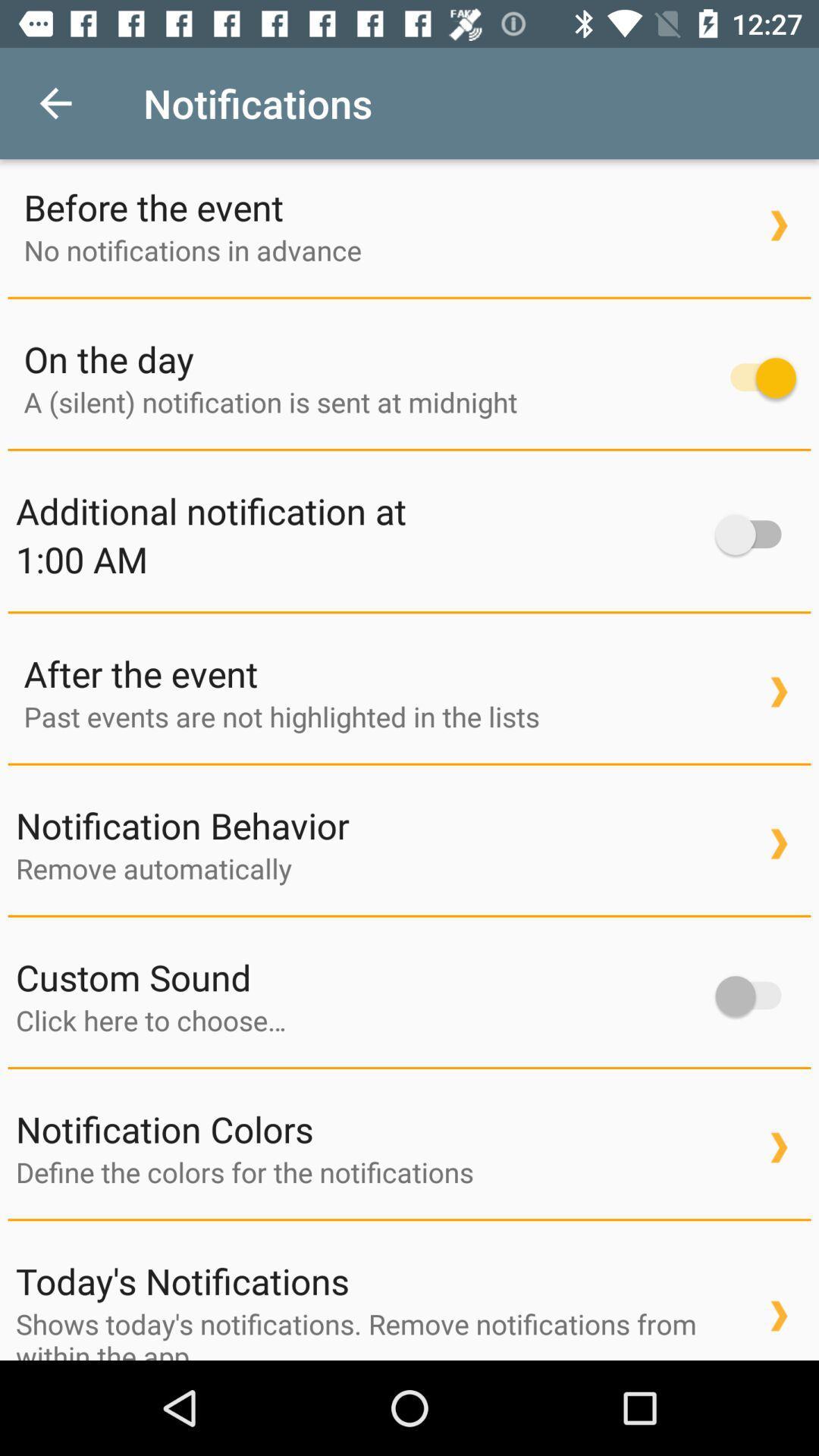 This screenshot has width=819, height=1456. I want to click on because back devicer, so click(358, 1020).